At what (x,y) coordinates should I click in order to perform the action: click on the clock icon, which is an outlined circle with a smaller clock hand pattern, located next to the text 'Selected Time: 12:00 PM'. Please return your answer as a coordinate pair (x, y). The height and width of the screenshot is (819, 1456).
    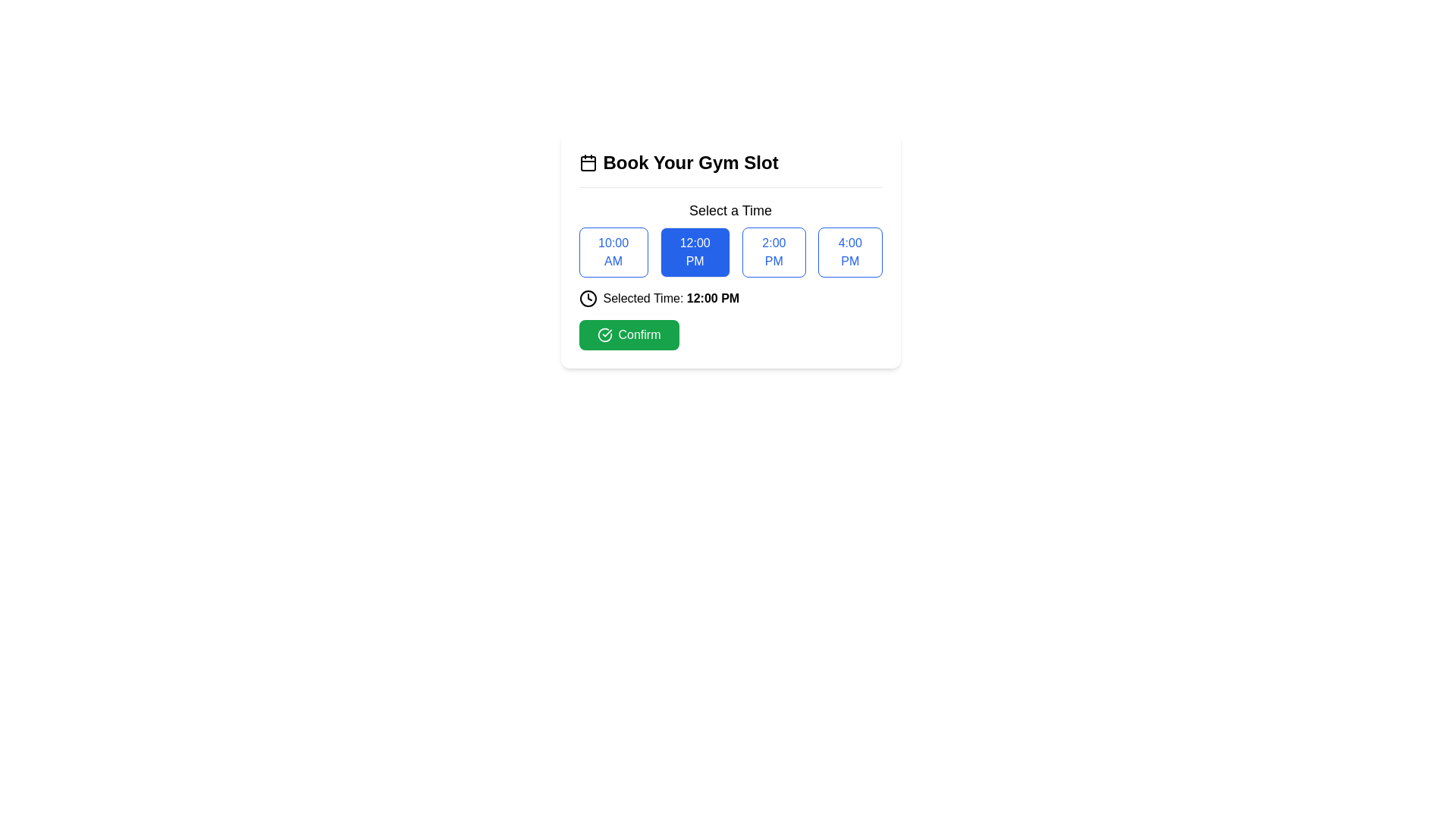
    Looking at the image, I should click on (587, 298).